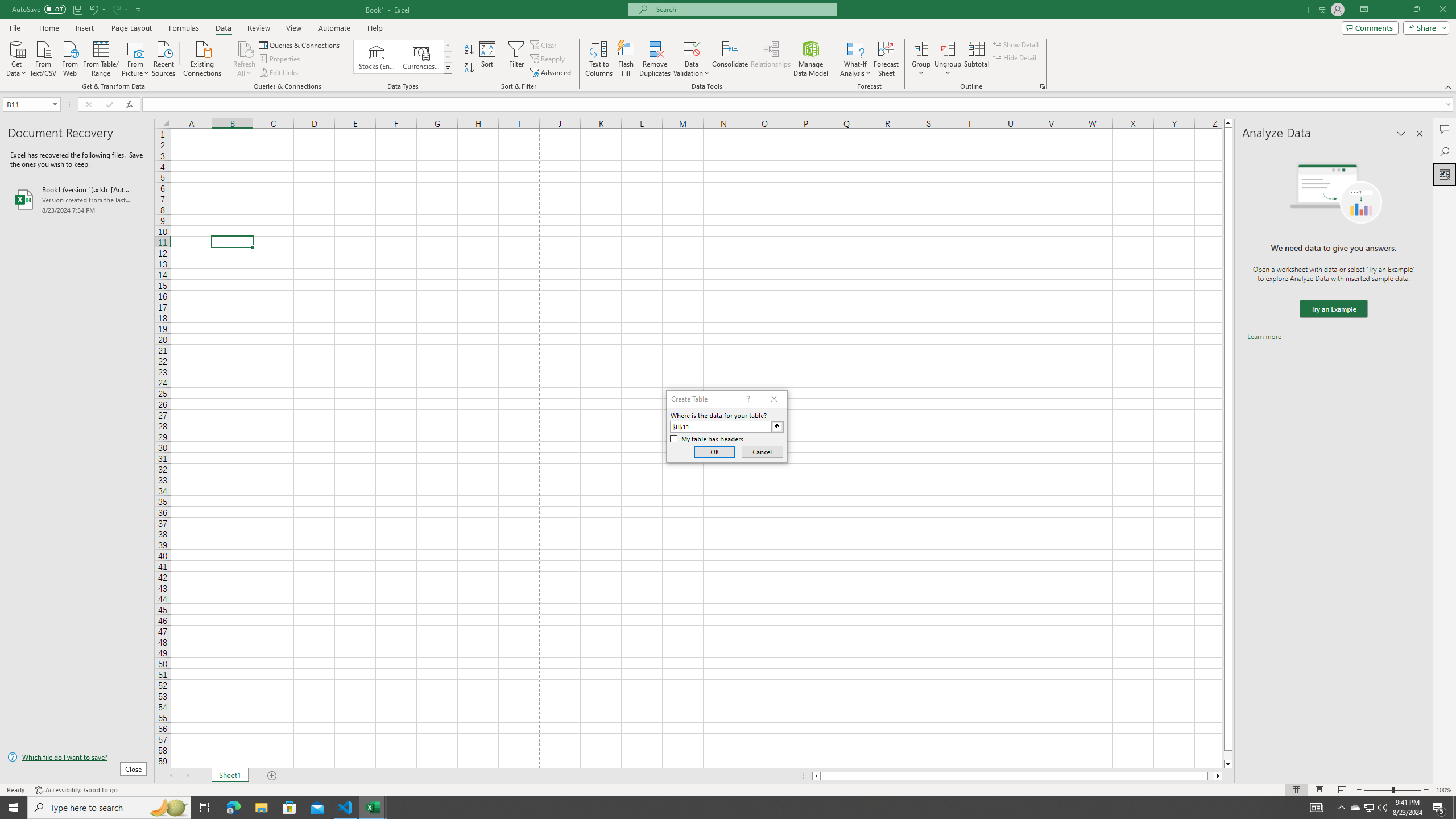  Describe the element at coordinates (280, 59) in the screenshot. I see `'Properties'` at that location.